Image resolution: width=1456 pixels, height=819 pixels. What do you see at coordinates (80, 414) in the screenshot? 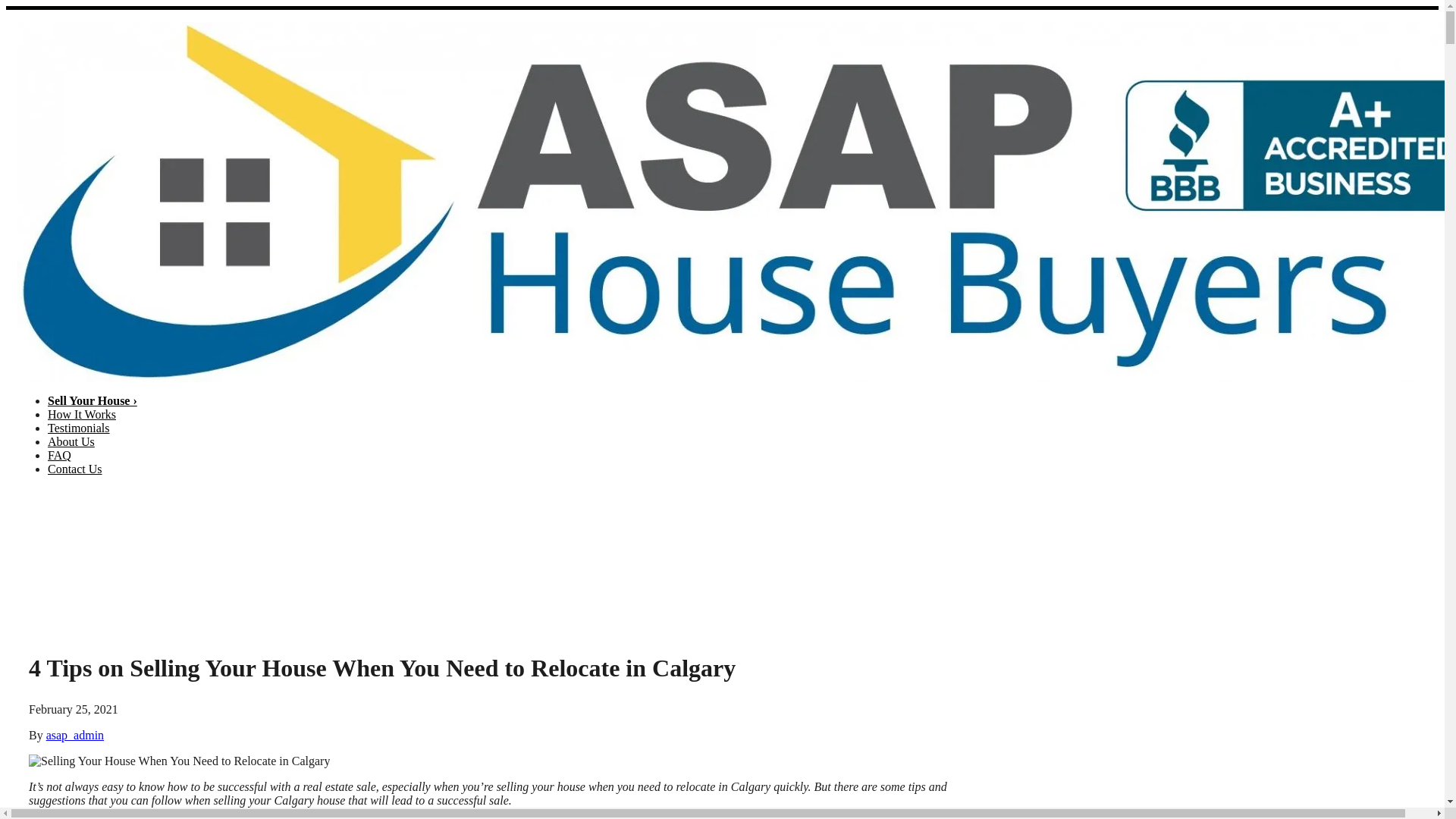
I see `'How It Works'` at bounding box center [80, 414].